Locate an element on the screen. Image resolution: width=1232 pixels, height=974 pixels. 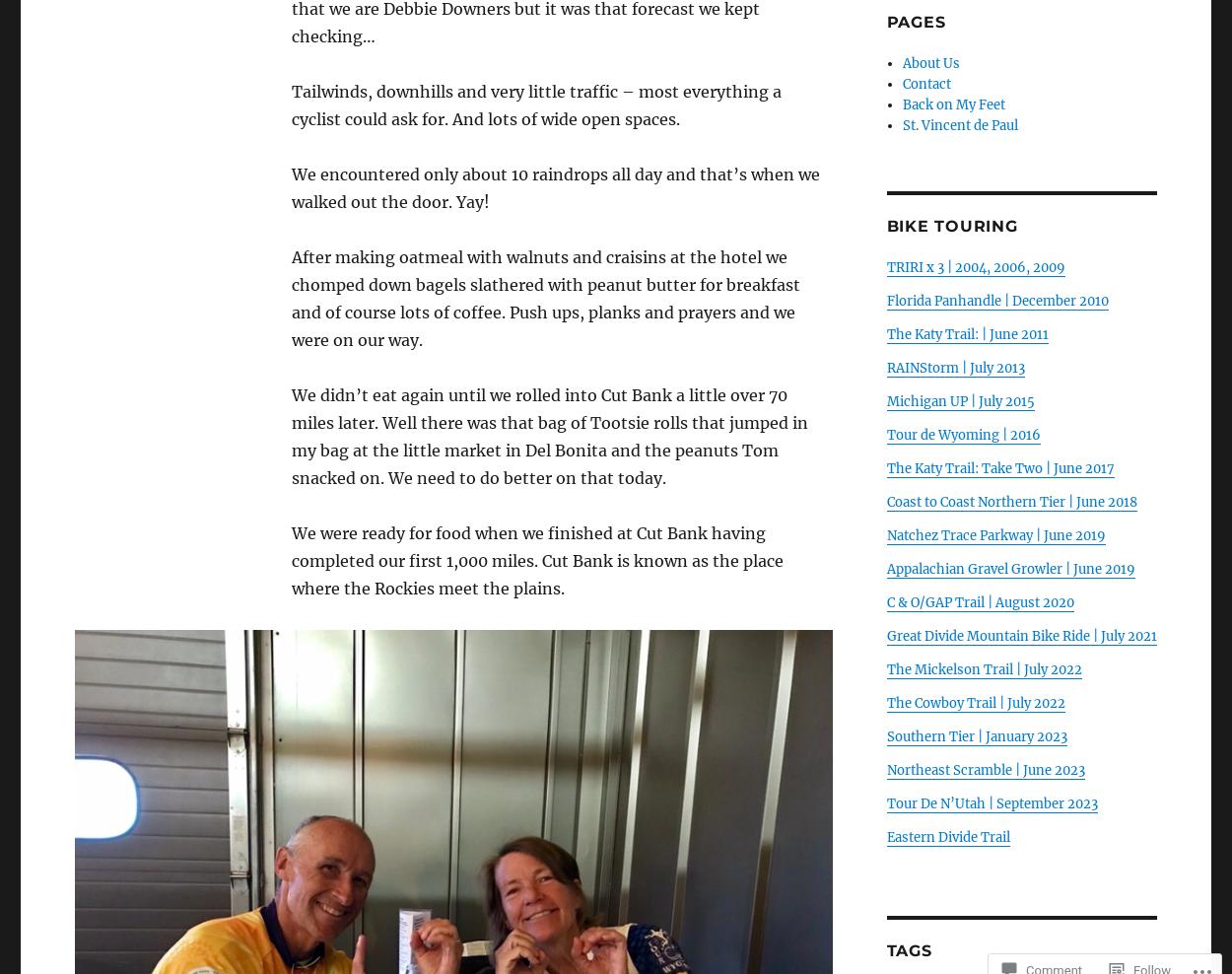
'Tour de Wyoming | 2016' is located at coordinates (962, 435).